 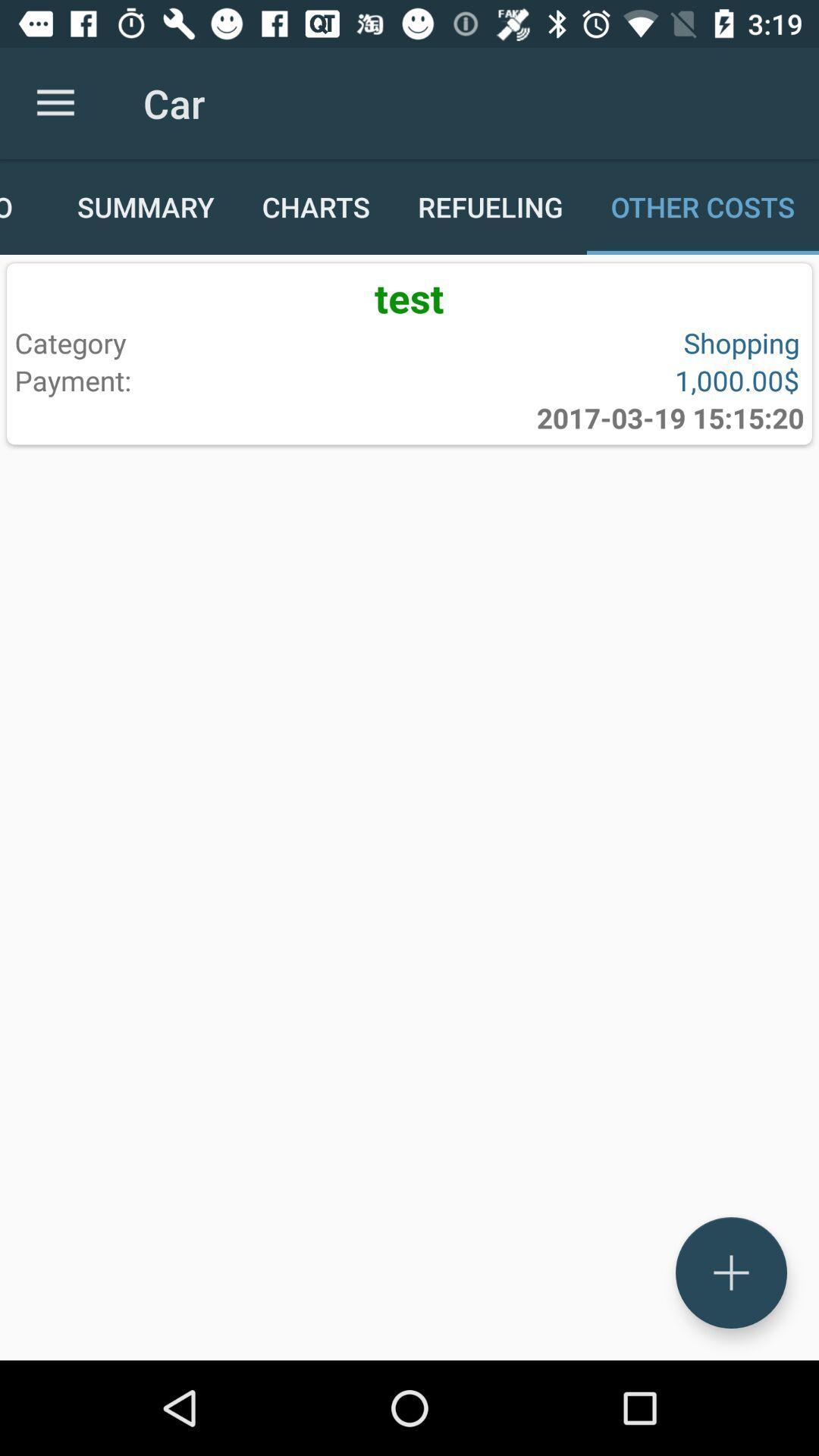 I want to click on the test item, so click(x=409, y=297).